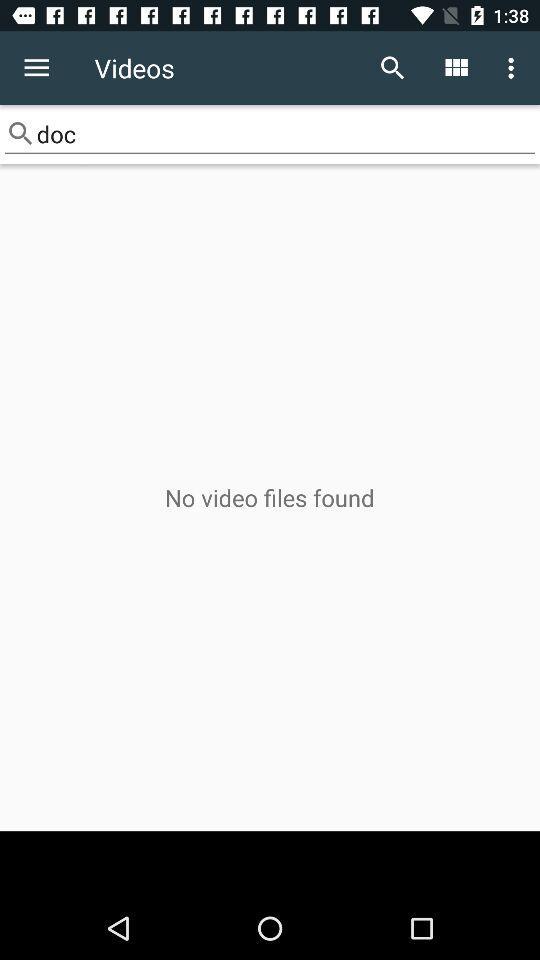 This screenshot has width=540, height=960. Describe the element at coordinates (393, 68) in the screenshot. I see `the icon next to videos` at that location.